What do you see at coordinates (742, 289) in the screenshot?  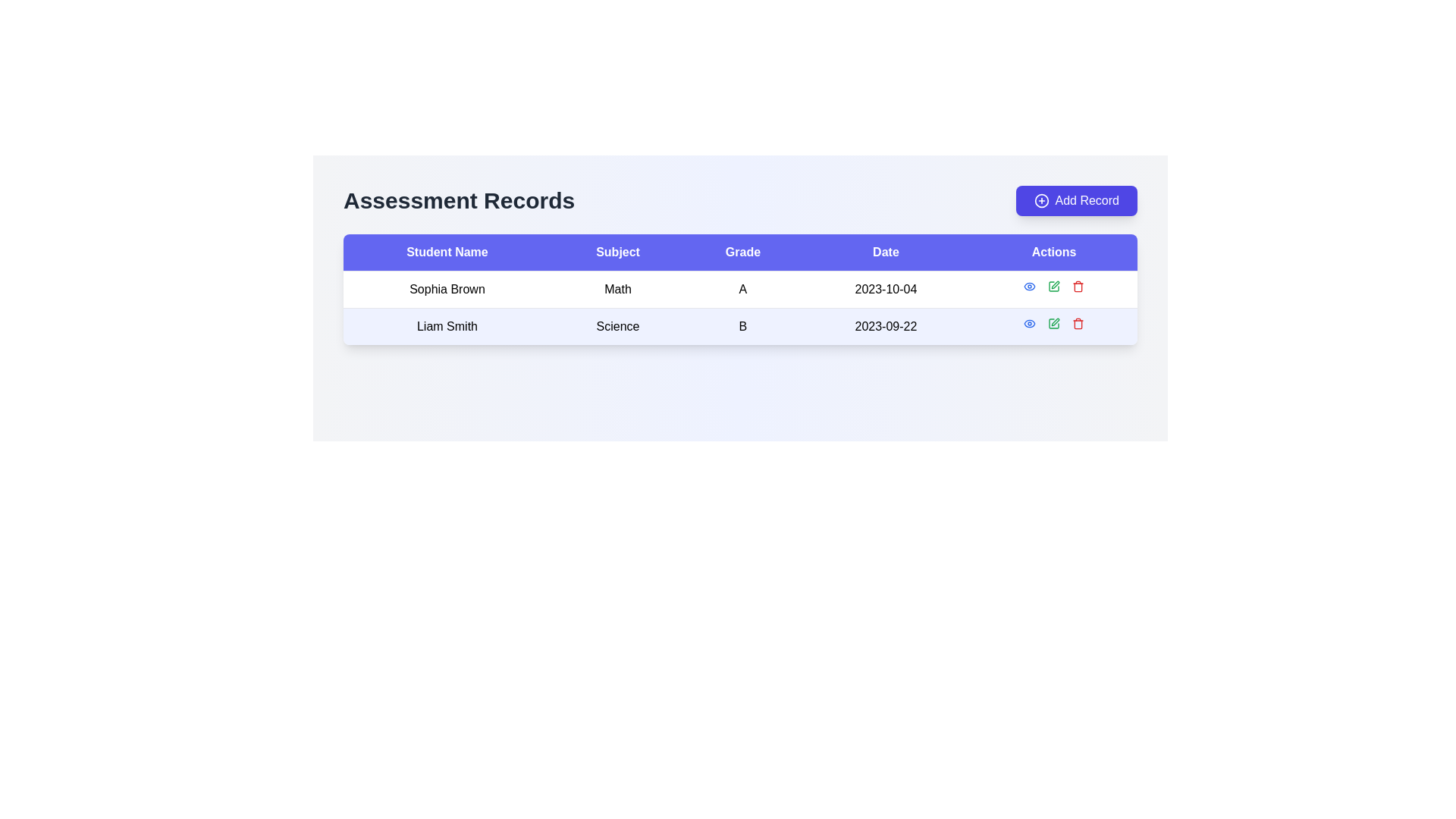 I see `the static text label 'A' in the Grade column of the assessment records table, which is located in the first row of data entries` at bounding box center [742, 289].